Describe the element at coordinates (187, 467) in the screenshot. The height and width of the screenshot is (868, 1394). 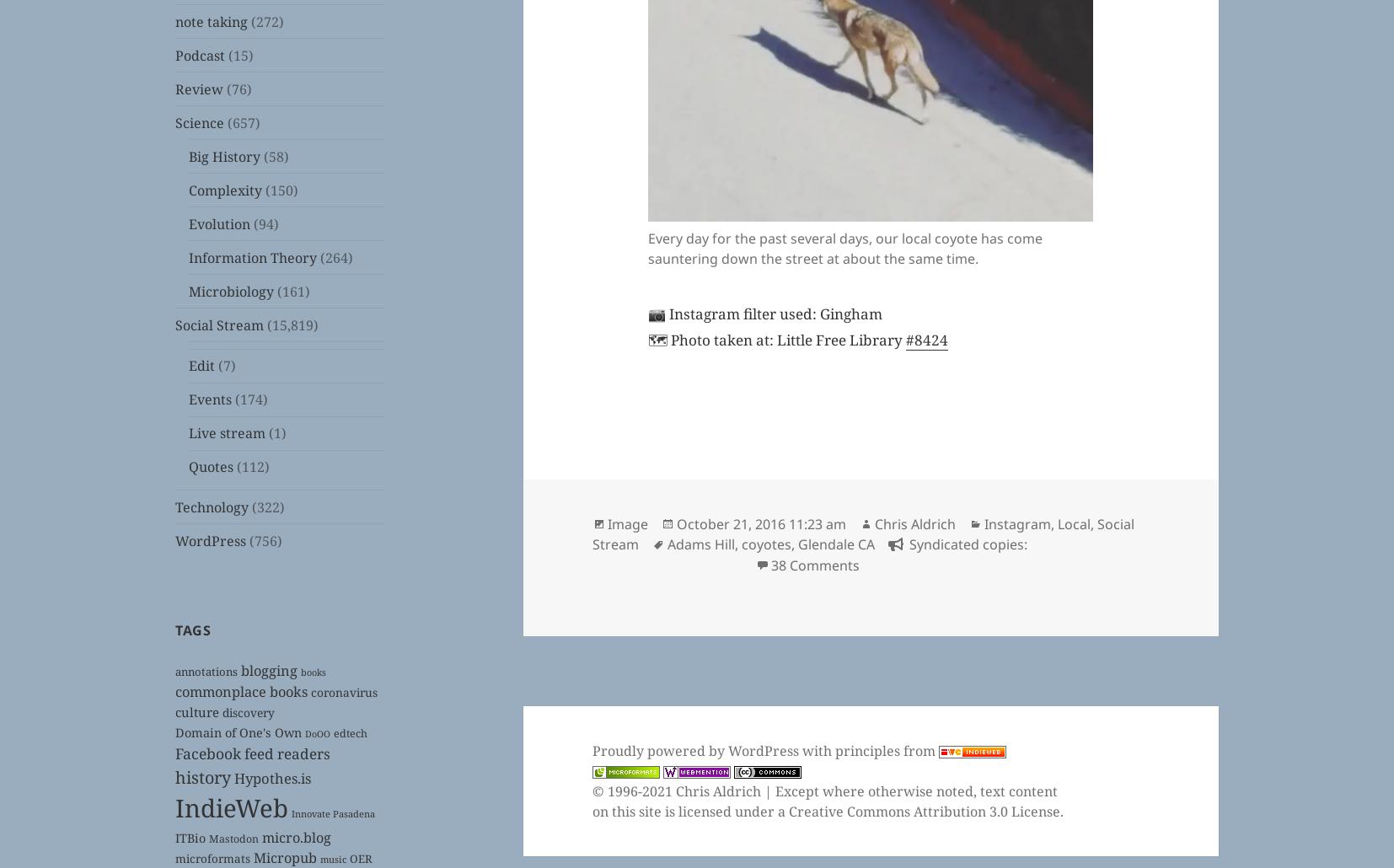
I see `'Quotes'` at that location.